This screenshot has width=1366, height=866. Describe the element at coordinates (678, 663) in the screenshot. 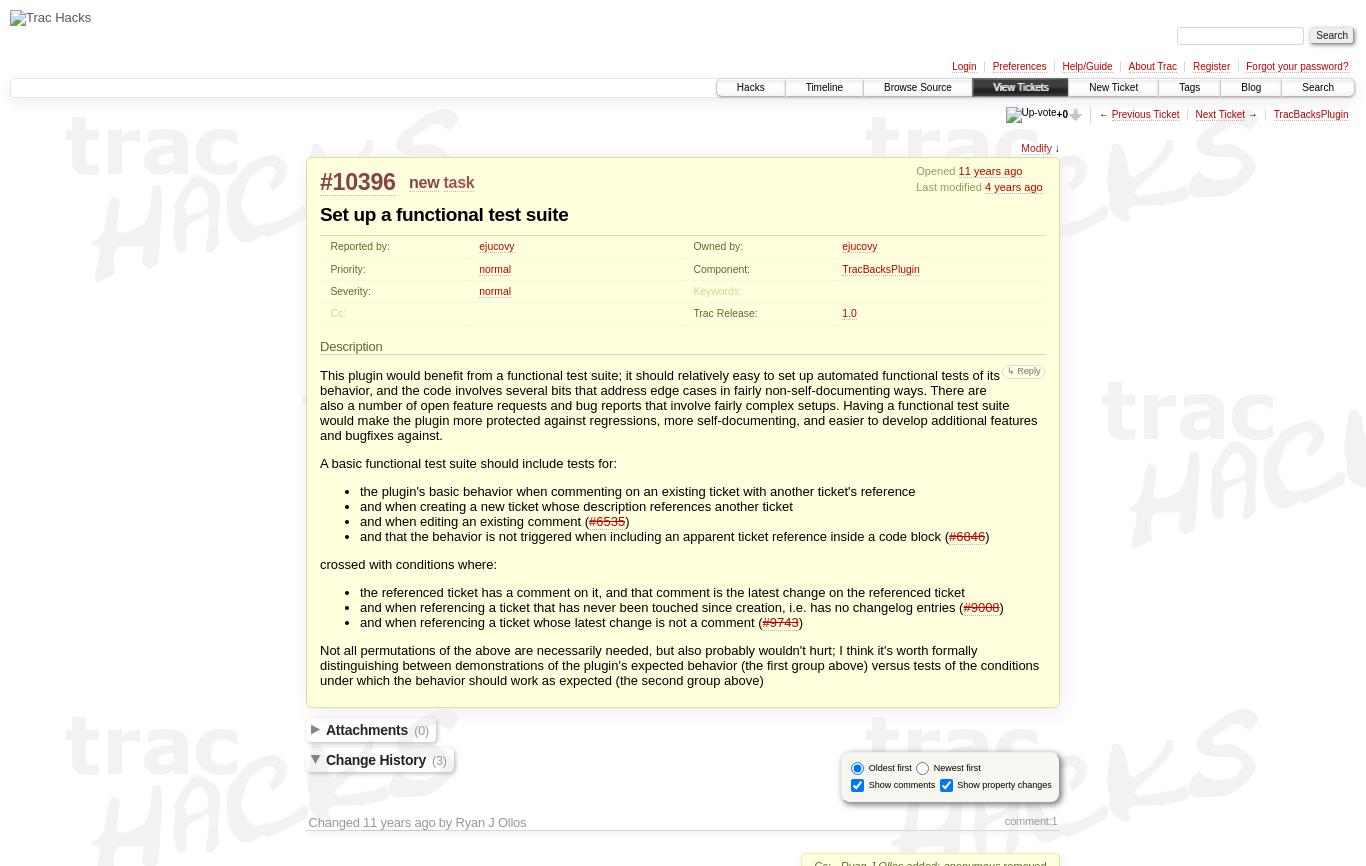

I see `'Not all permutations of the above are necessarily needed, but also probably wouldn't hurt; I think it's worth formally distinguishing between demonstrations of the plugin's expected behavior (the first group above) versus tests of the conditions under which the behavior should work as expected (the second group above)'` at that location.